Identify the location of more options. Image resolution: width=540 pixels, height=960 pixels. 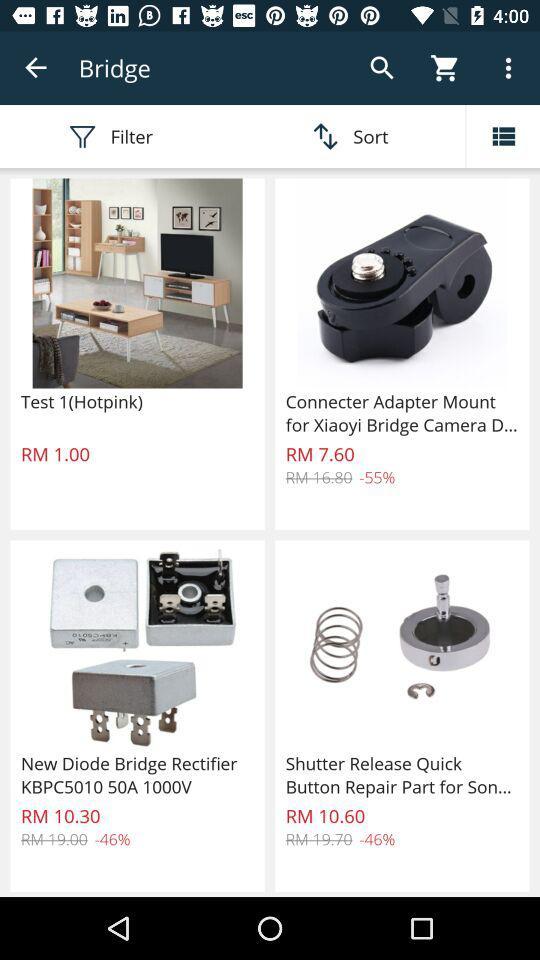
(502, 135).